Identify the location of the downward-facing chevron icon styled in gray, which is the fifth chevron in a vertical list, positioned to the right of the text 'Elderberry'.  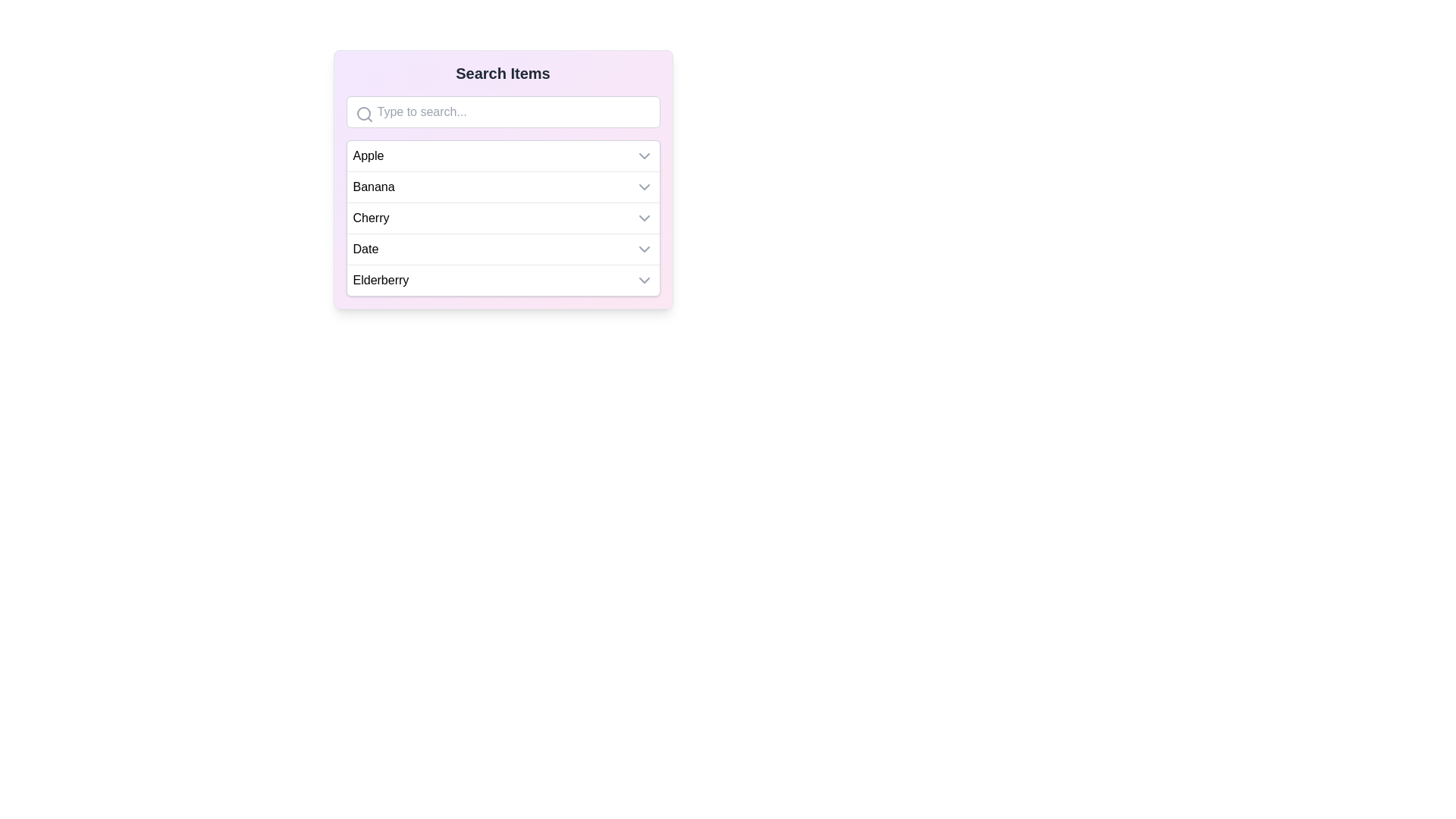
(644, 281).